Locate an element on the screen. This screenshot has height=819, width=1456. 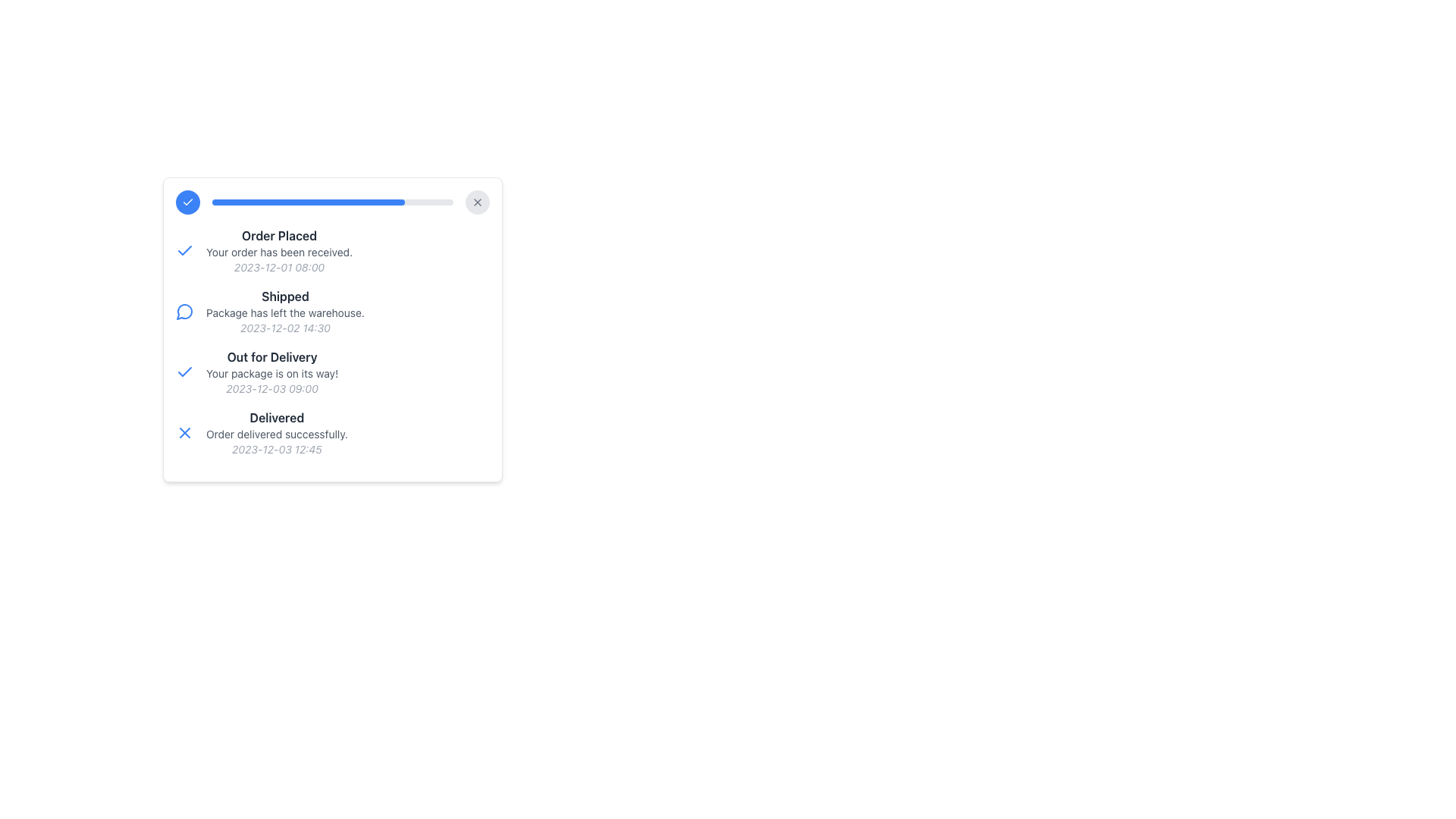
the text snippet that reads 'Order delivered successfully.' which is styled in gray color and positioned within a progress card, below 'Delivered' and above the timestamp is located at coordinates (277, 435).